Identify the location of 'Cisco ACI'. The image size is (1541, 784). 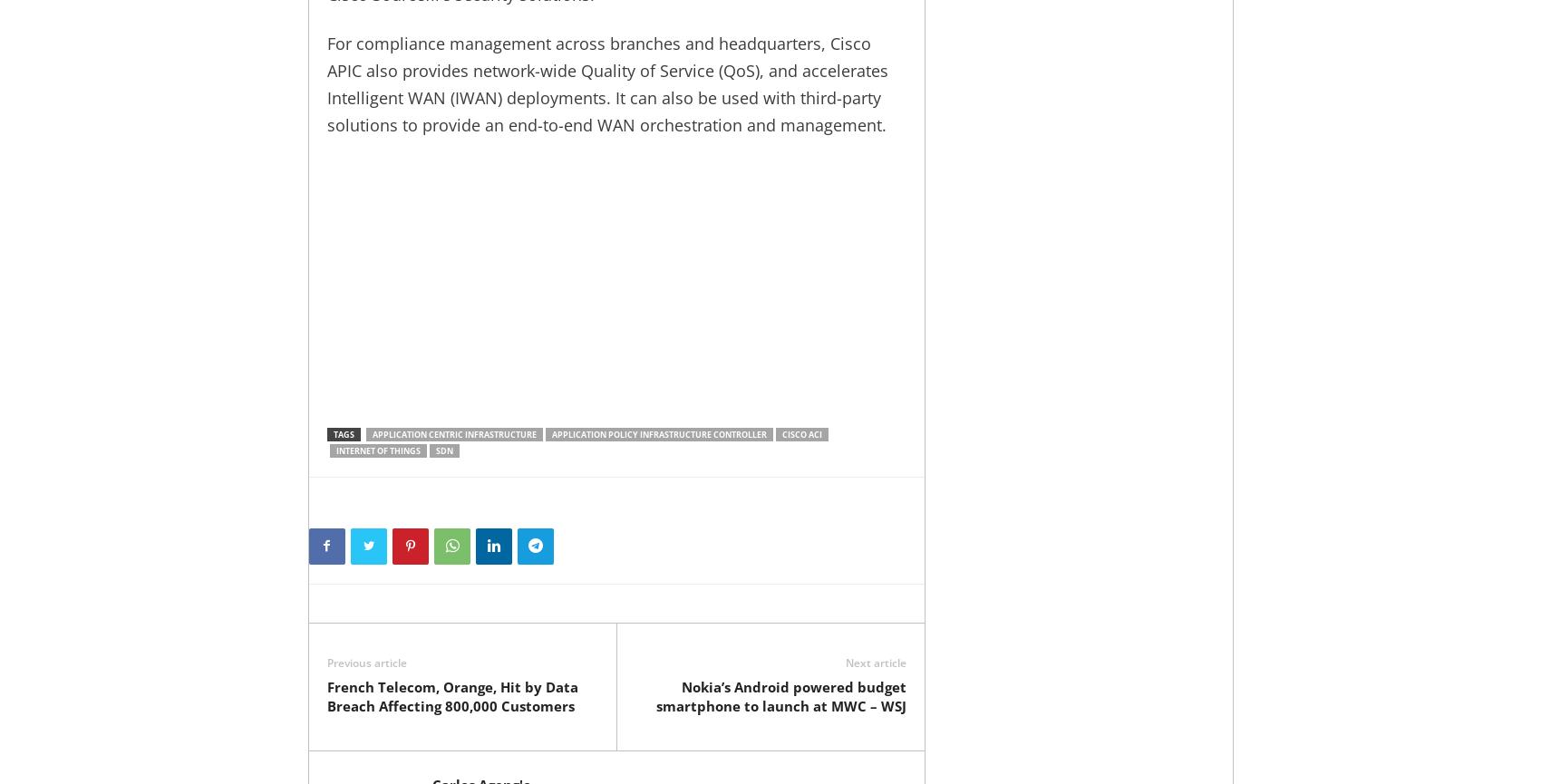
(801, 433).